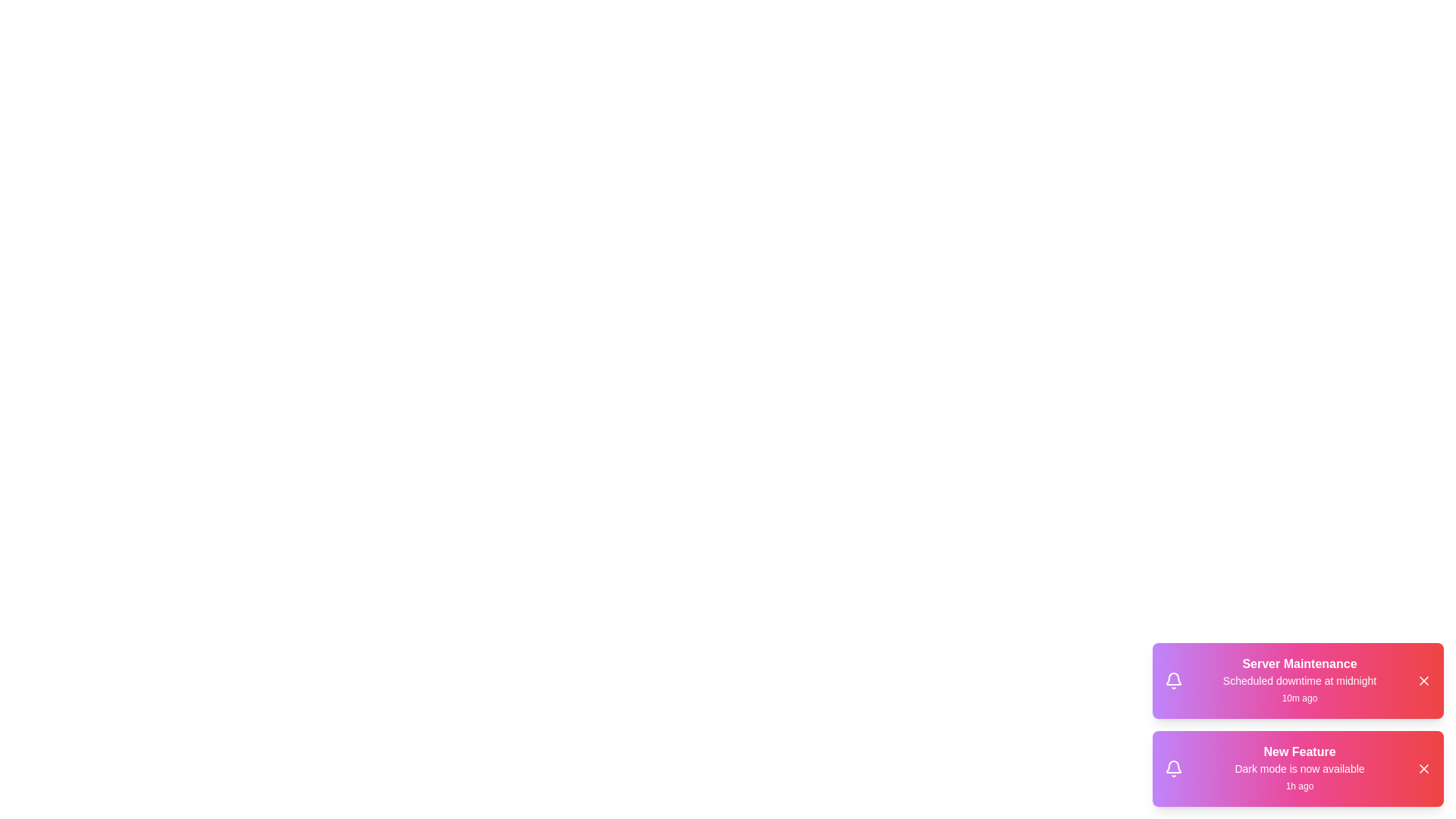 The width and height of the screenshot is (1456, 819). What do you see at coordinates (1173, 680) in the screenshot?
I see `the notification icon for Server Maintenance` at bounding box center [1173, 680].